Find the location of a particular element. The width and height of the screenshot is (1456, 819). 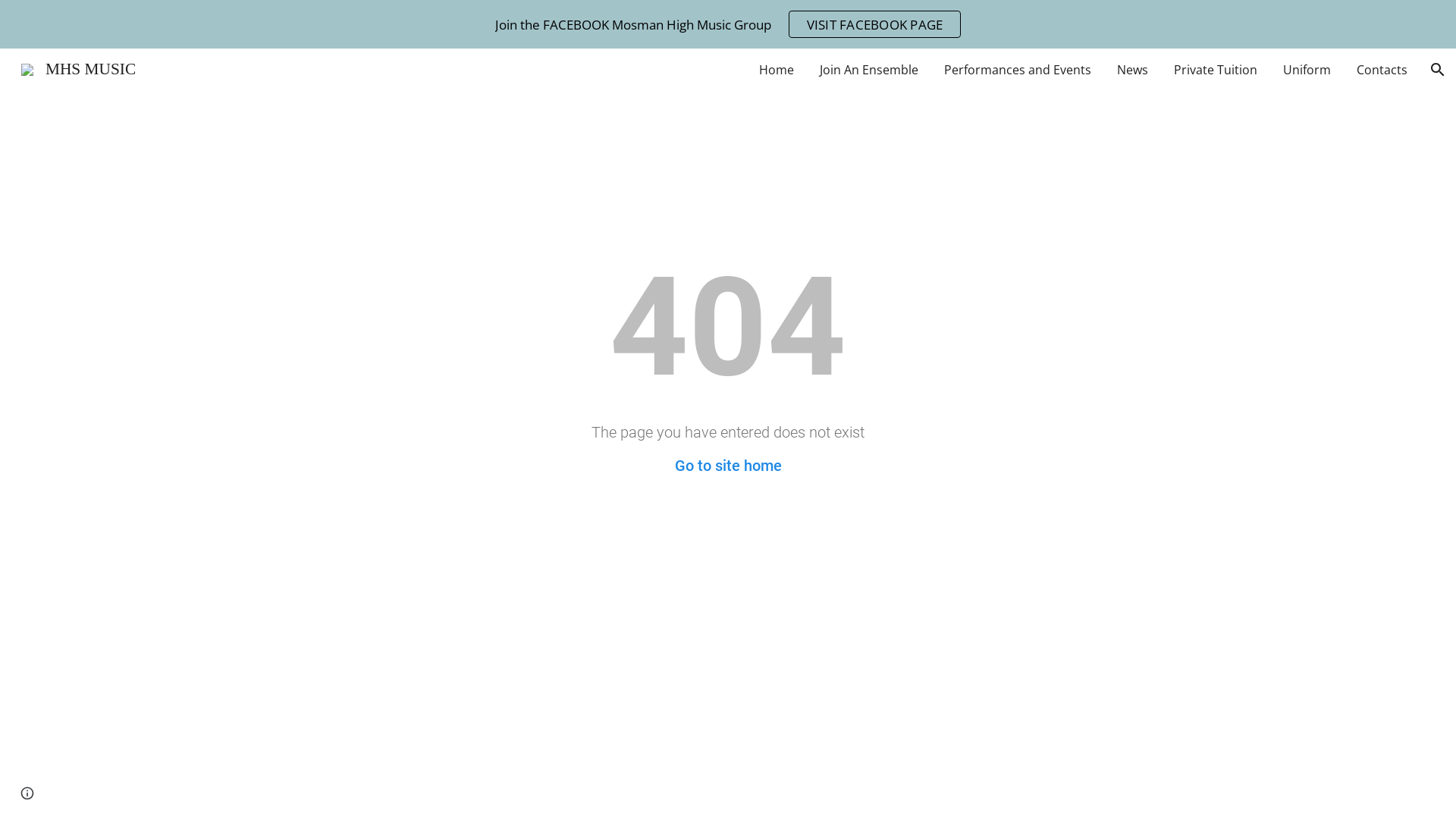

'Contacts' is located at coordinates (1382, 70).